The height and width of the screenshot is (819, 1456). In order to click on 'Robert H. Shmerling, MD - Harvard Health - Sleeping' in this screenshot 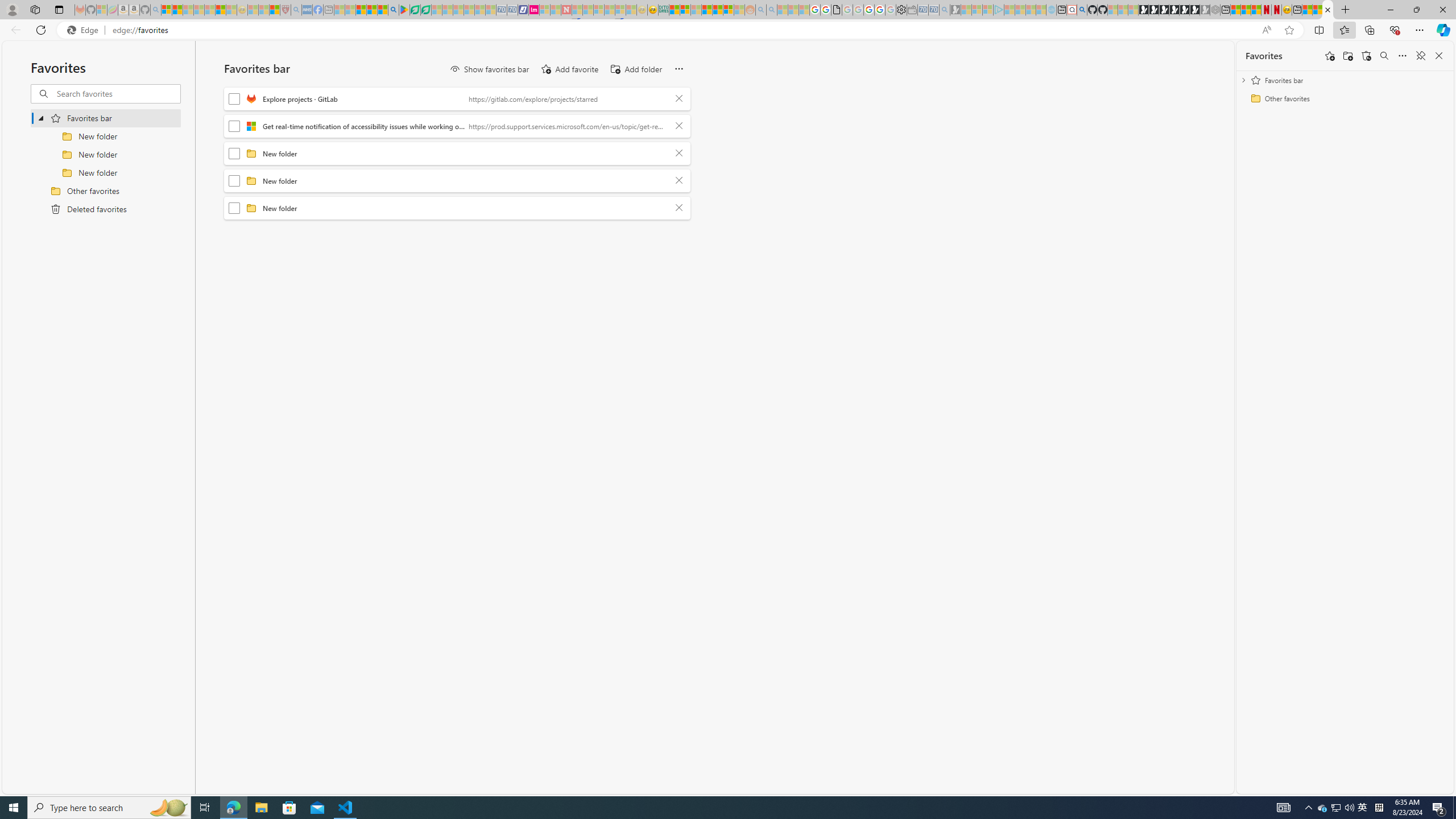, I will do `click(285, 9)`.